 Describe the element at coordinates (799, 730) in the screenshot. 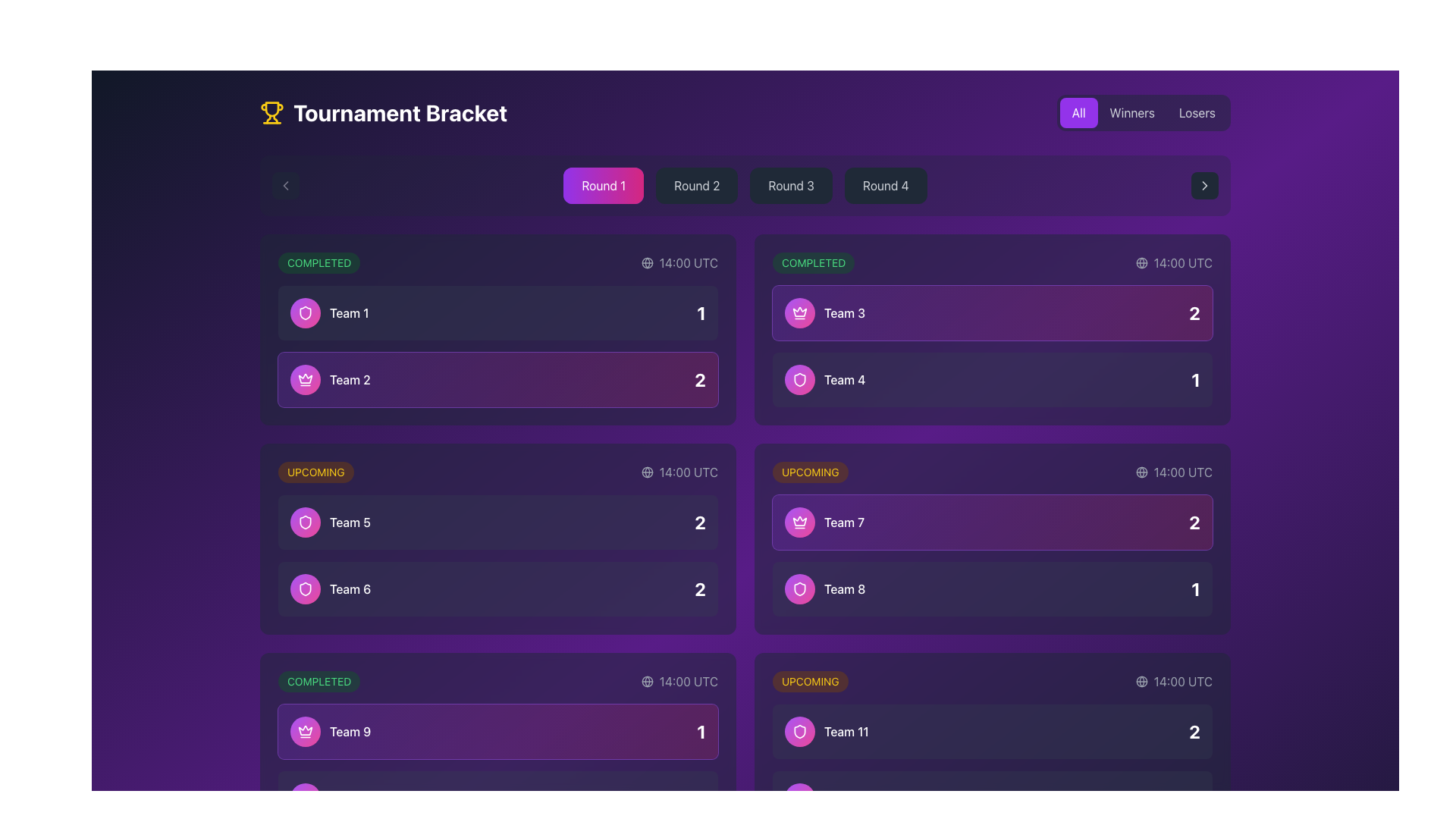

I see `the icon representing 'Team 8', located to the left of the text 'Team 8' in the 'Upcoming' section` at that location.